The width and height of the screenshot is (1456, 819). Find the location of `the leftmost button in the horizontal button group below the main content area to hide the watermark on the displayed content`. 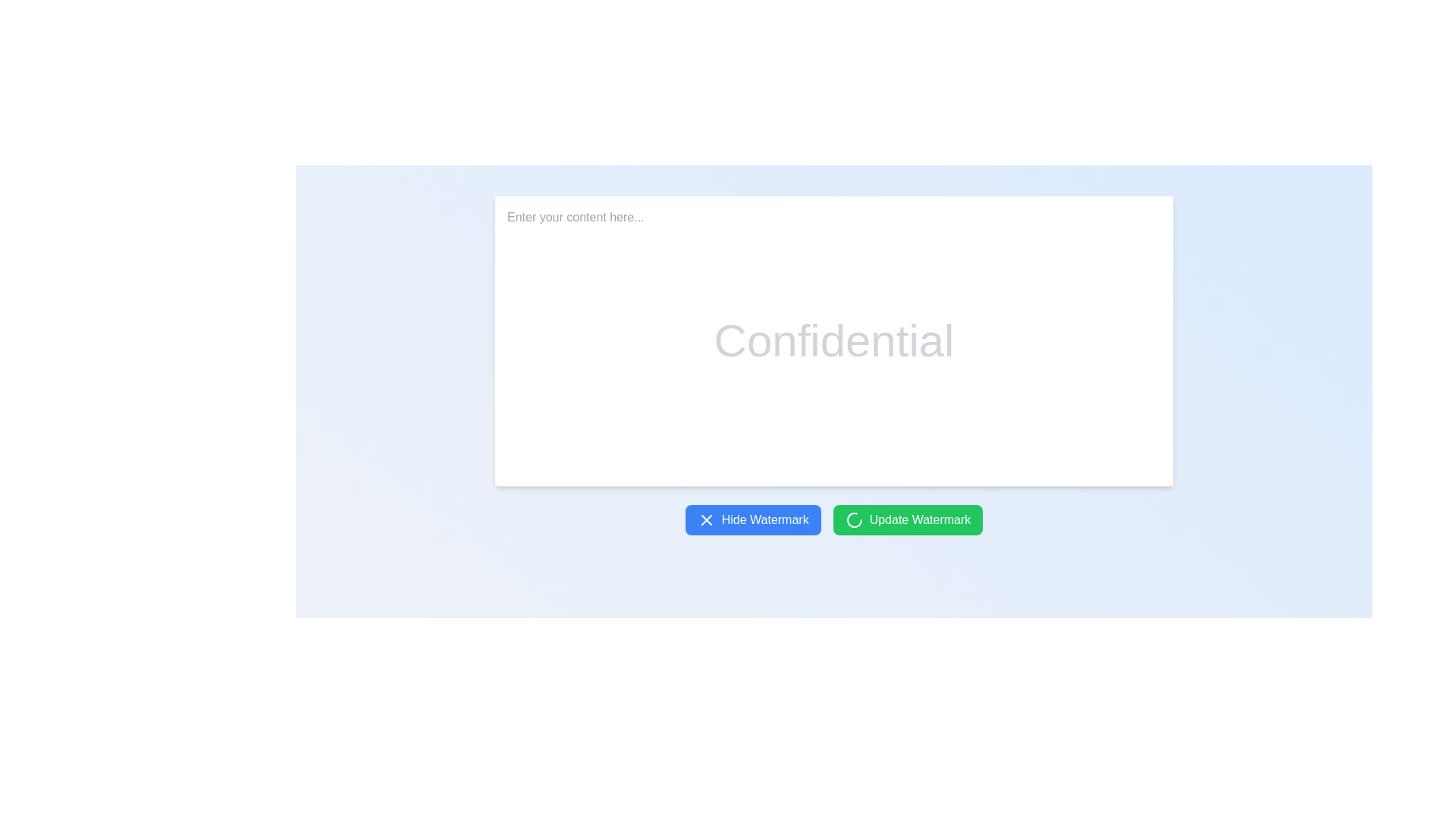

the leftmost button in the horizontal button group below the main content area to hide the watermark on the displayed content is located at coordinates (753, 519).